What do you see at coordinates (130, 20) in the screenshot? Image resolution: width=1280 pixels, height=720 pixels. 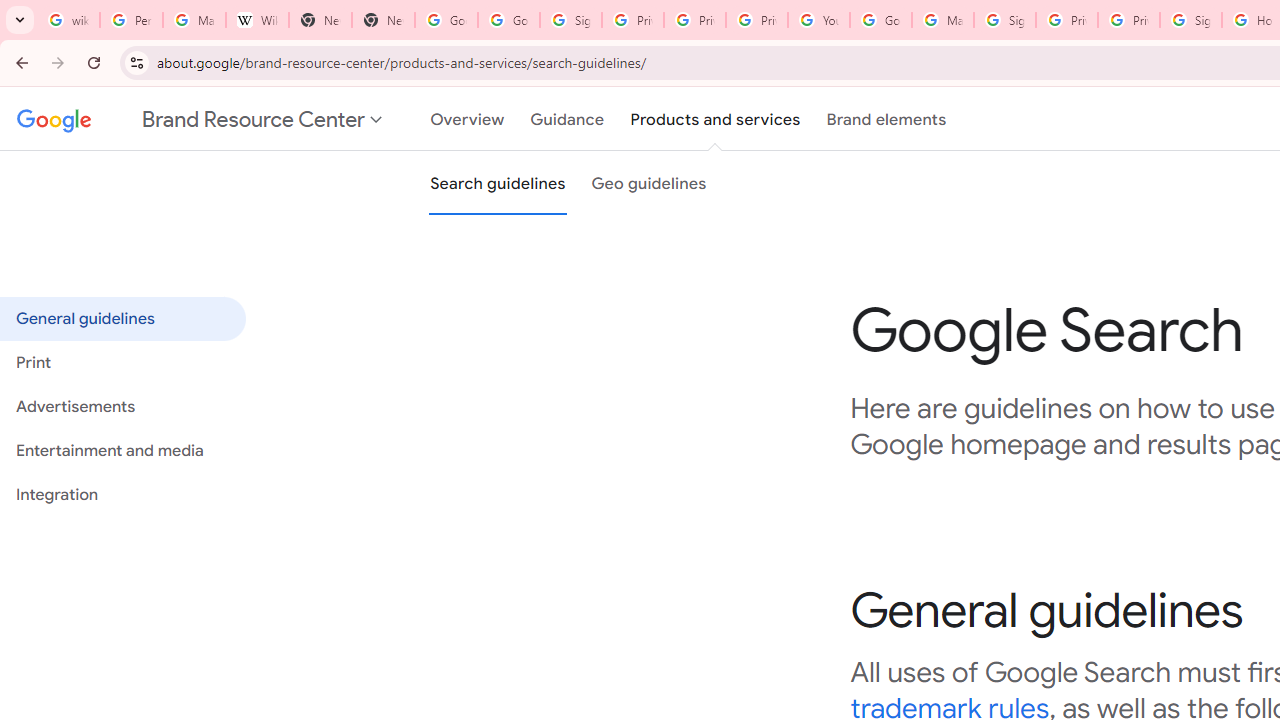 I see `'Personalization & Google Search results - Google Search Help'` at bounding box center [130, 20].